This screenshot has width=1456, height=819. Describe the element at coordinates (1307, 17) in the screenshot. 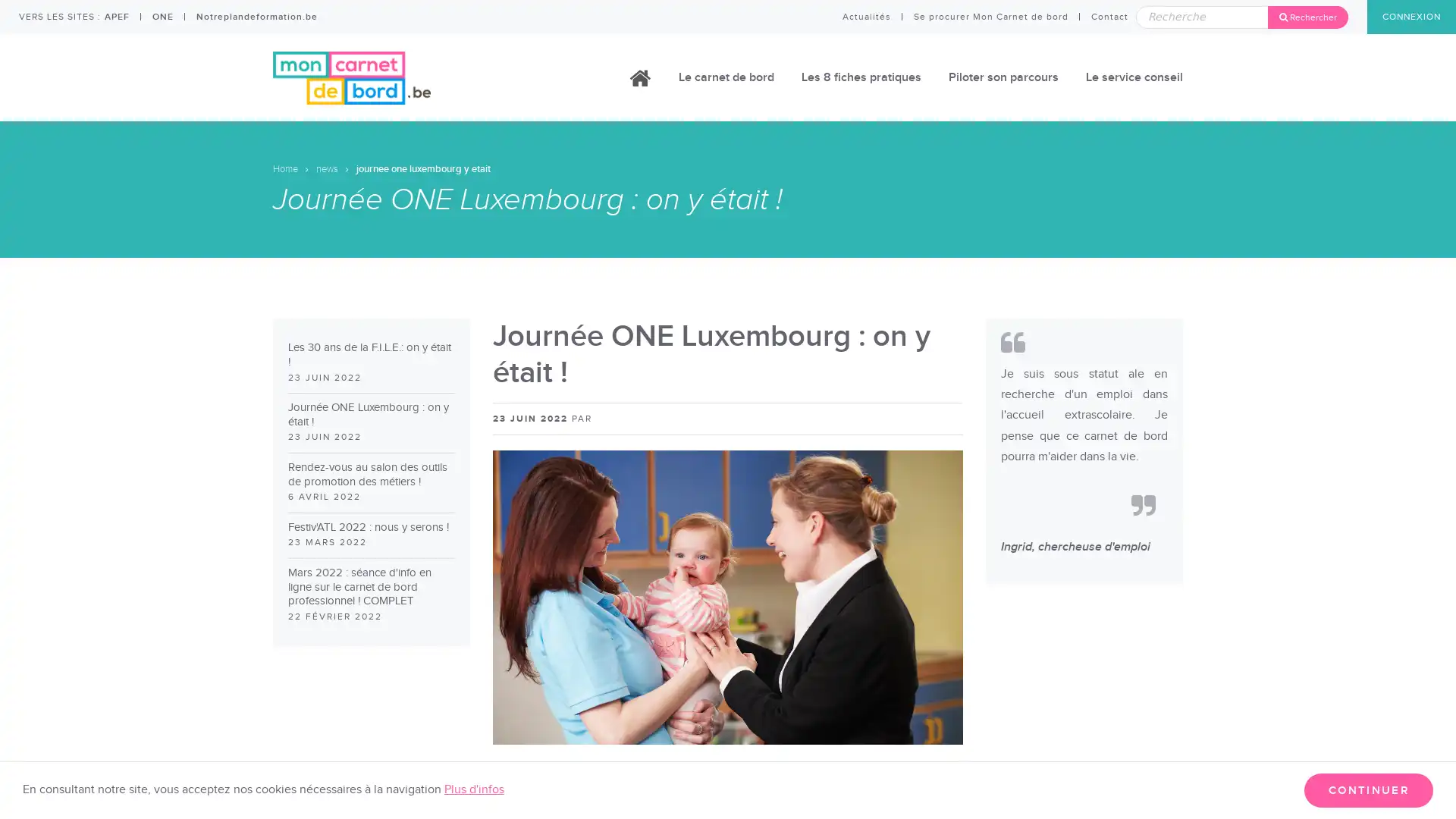

I see `Rechercher` at that location.